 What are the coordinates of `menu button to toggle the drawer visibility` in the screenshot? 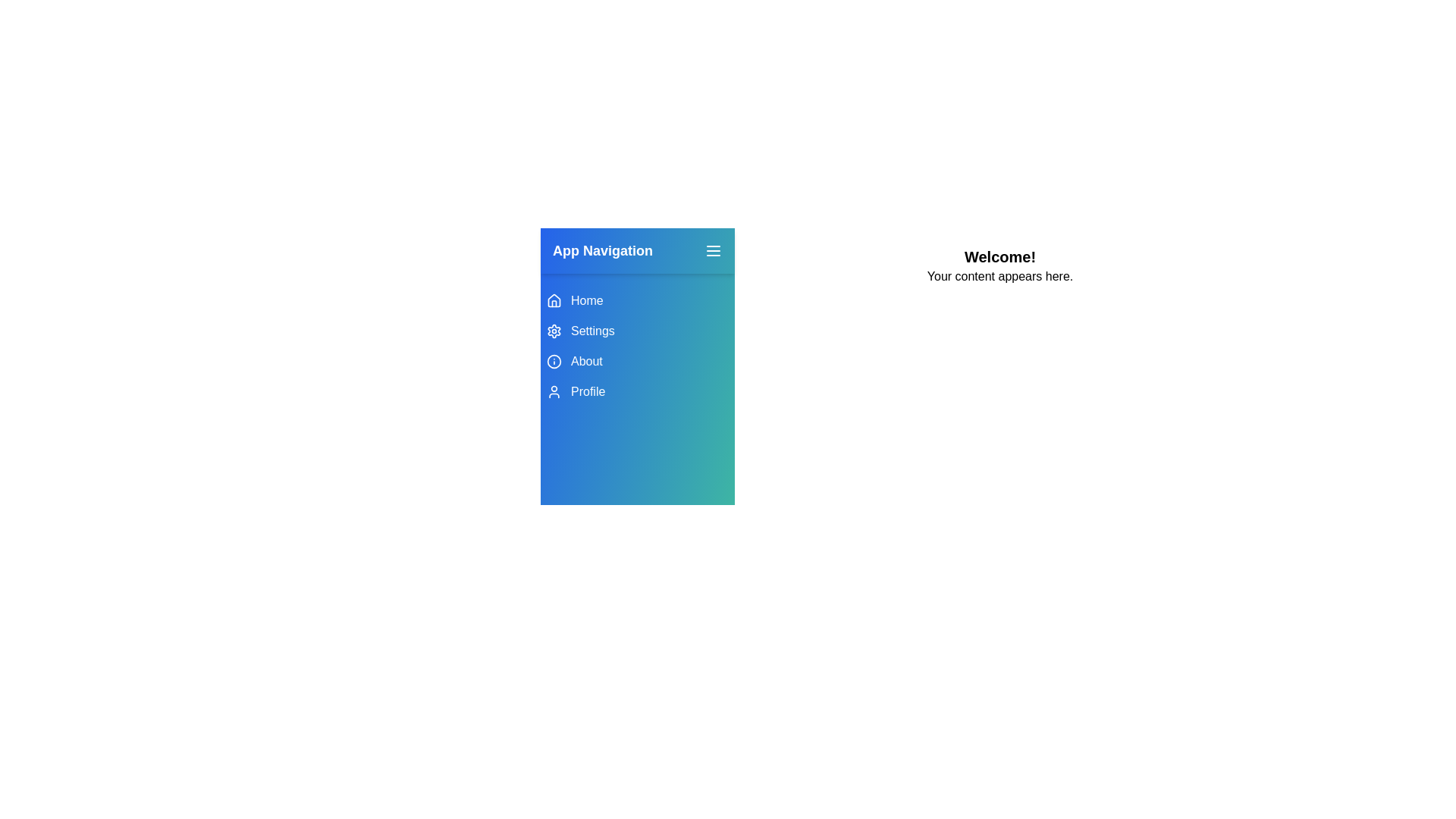 It's located at (712, 250).